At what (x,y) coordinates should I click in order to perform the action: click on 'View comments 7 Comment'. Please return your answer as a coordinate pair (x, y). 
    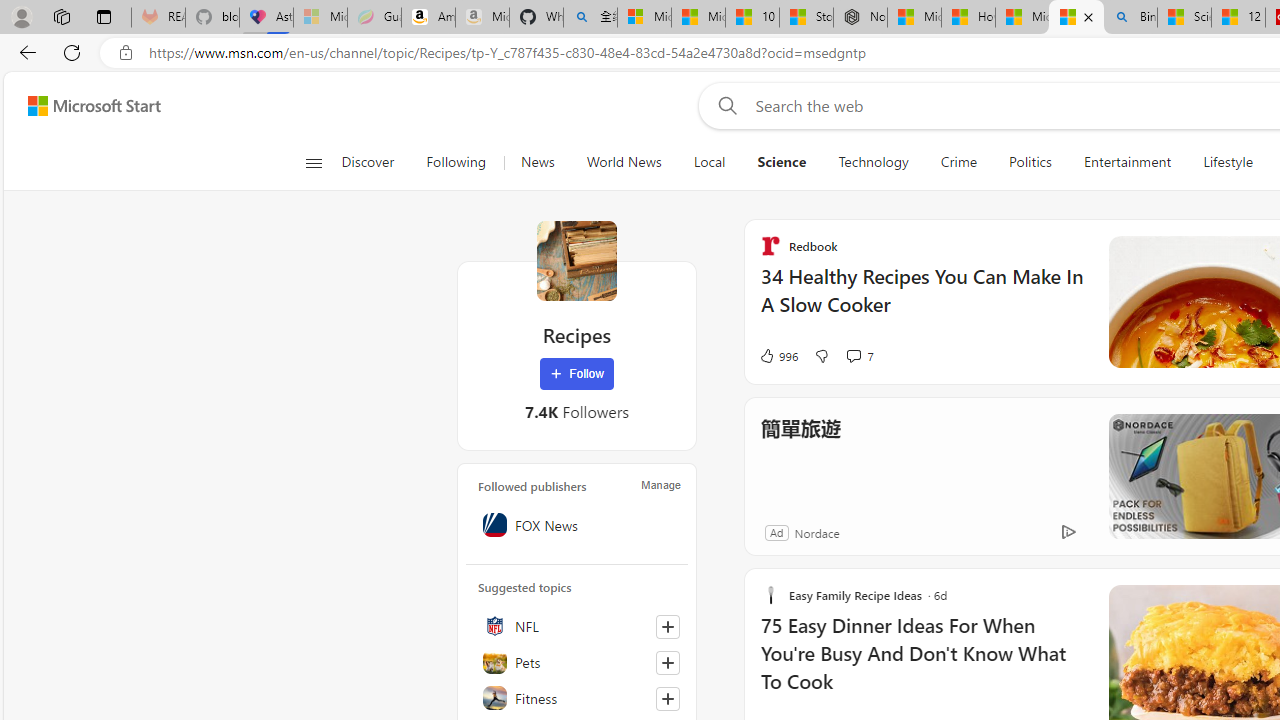
    Looking at the image, I should click on (859, 355).